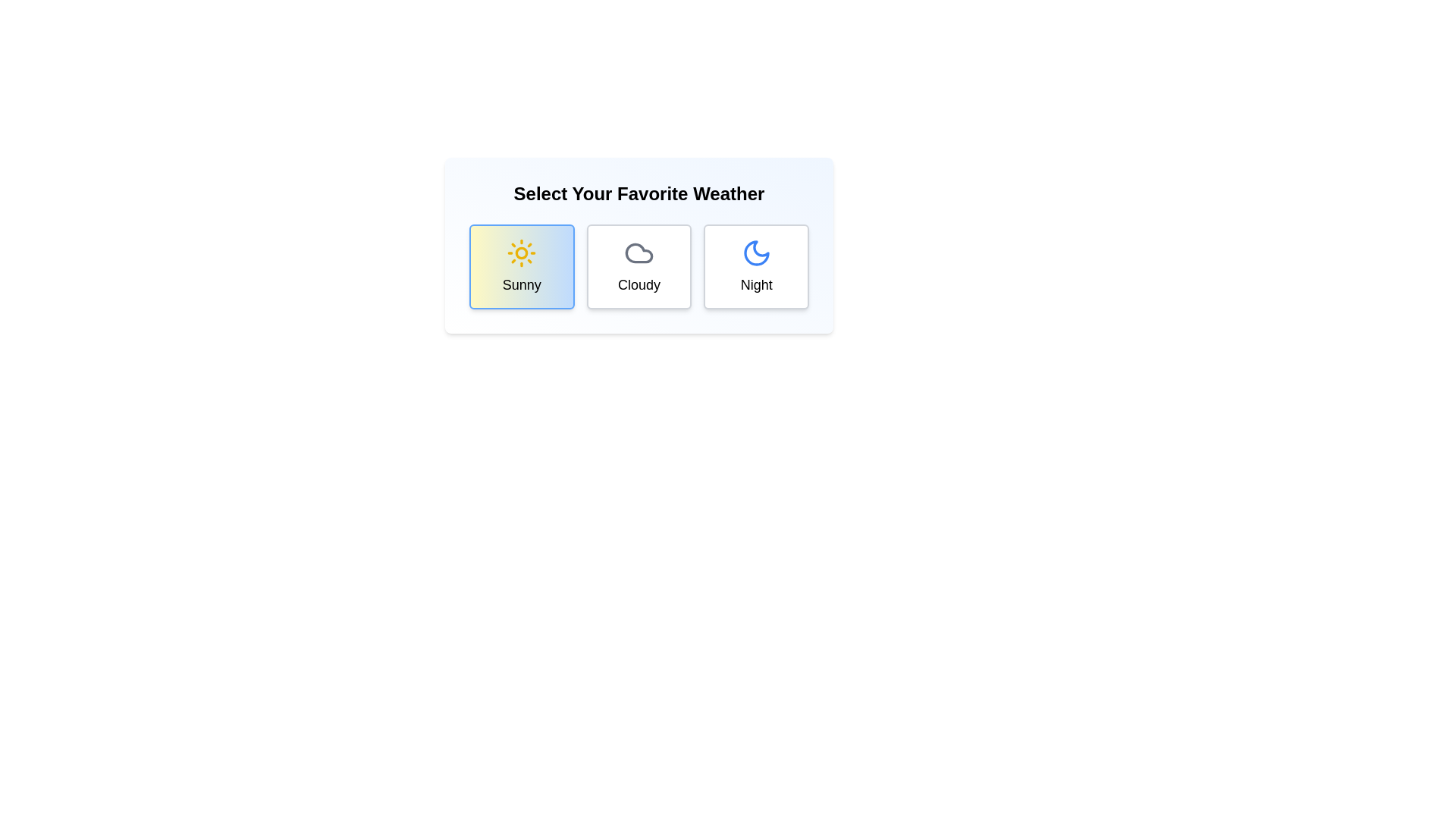  I want to click on the text label, so click(756, 284).